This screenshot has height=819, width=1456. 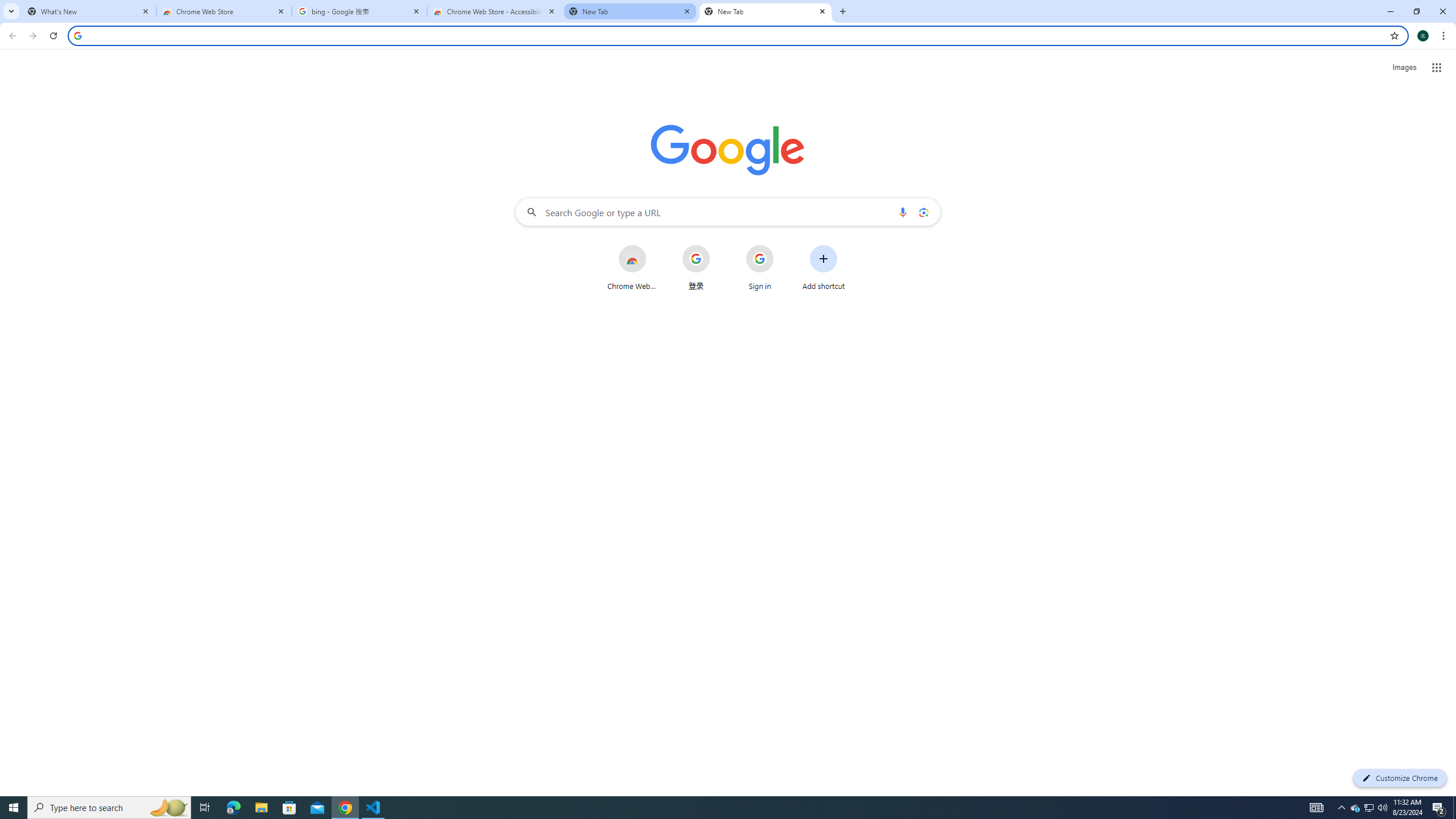 What do you see at coordinates (782, 246) in the screenshot?
I see `'More actions for Sign in shortcut'` at bounding box center [782, 246].